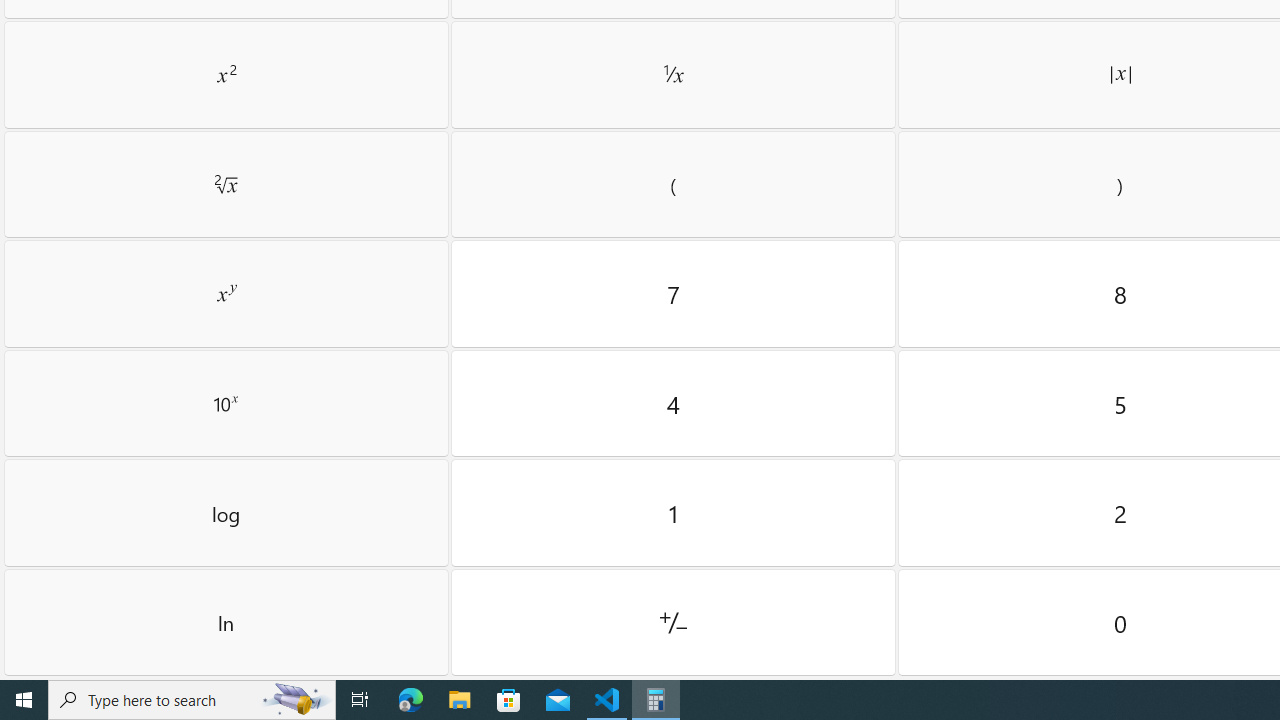 Image resolution: width=1280 pixels, height=720 pixels. I want to click on 'Natural log', so click(226, 621).